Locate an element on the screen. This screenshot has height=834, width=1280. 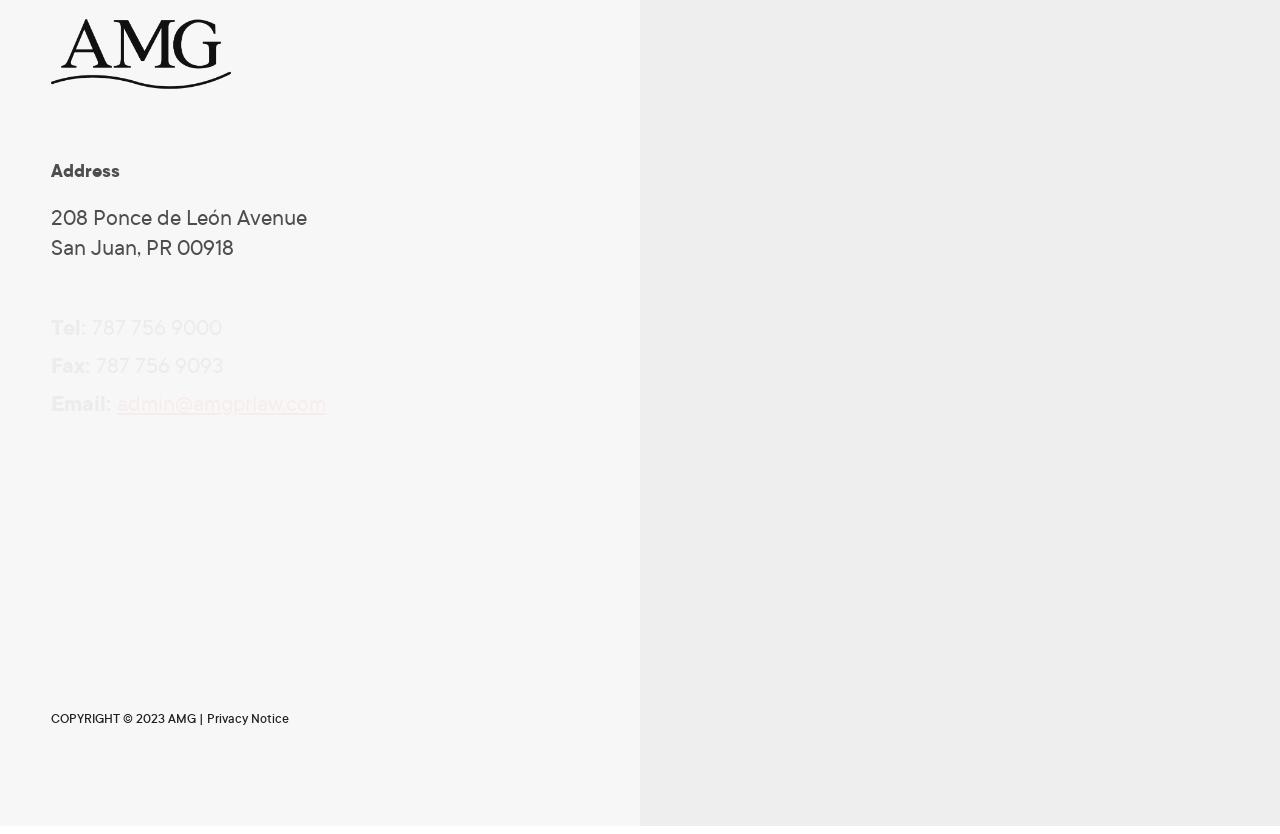
'Privacy Notice' is located at coordinates (206, 719).